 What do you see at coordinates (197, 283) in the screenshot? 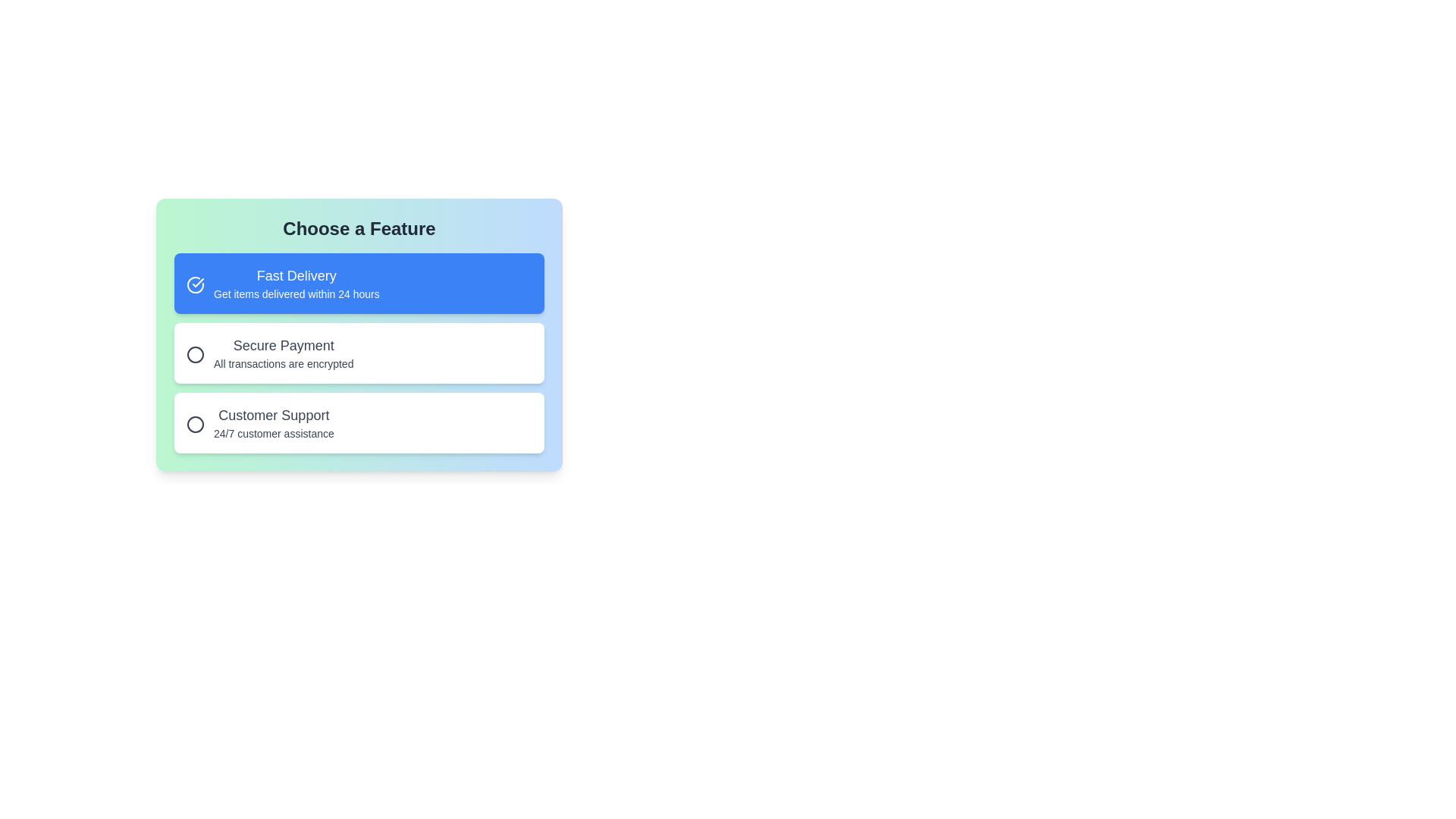
I see `the state of the SVG Check Mark Icon, which visually confirms the selection of the associated option in the card next to 'Fast Delivery'` at bounding box center [197, 283].